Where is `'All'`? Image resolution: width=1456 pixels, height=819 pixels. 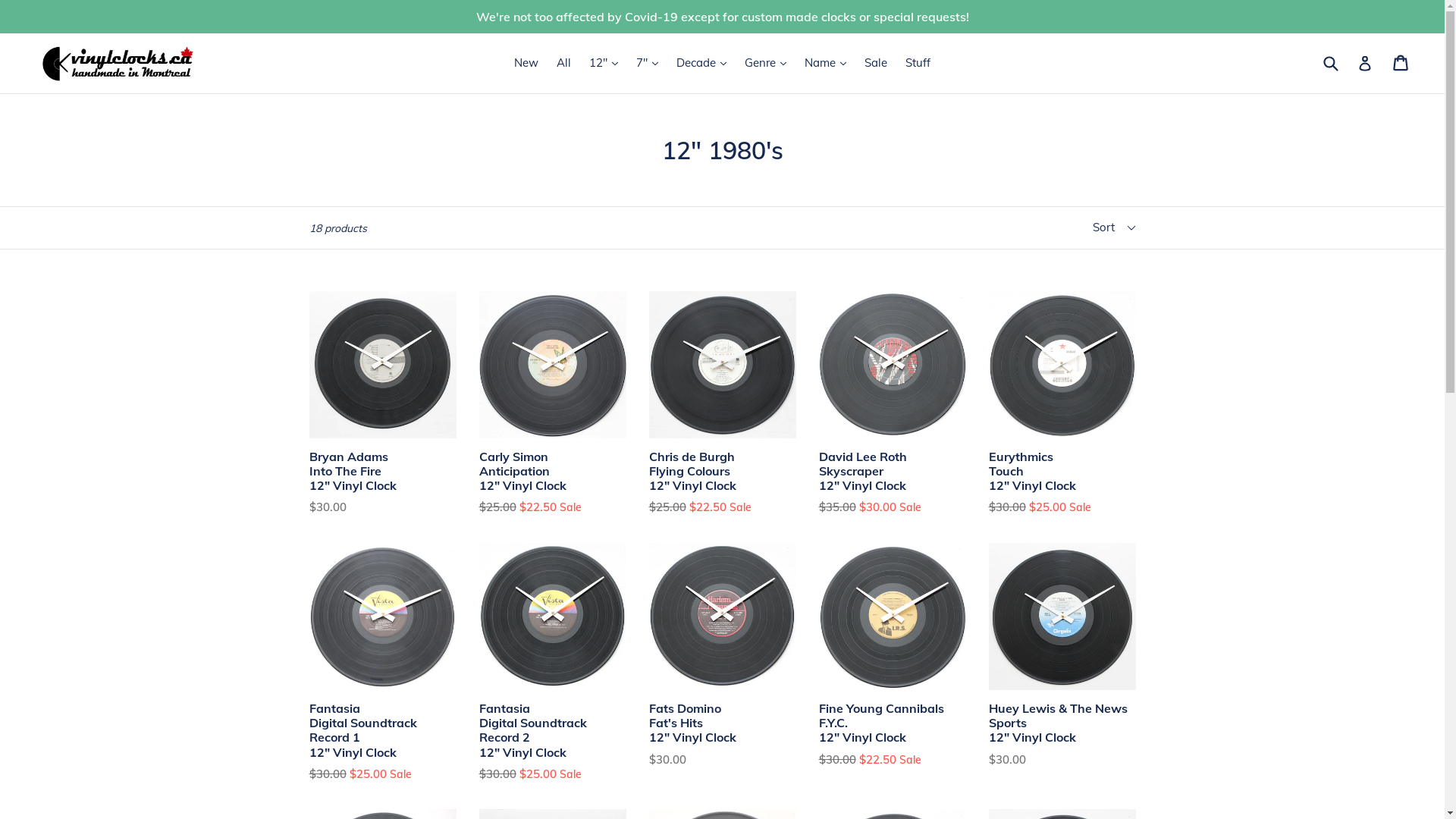 'All' is located at coordinates (548, 62).